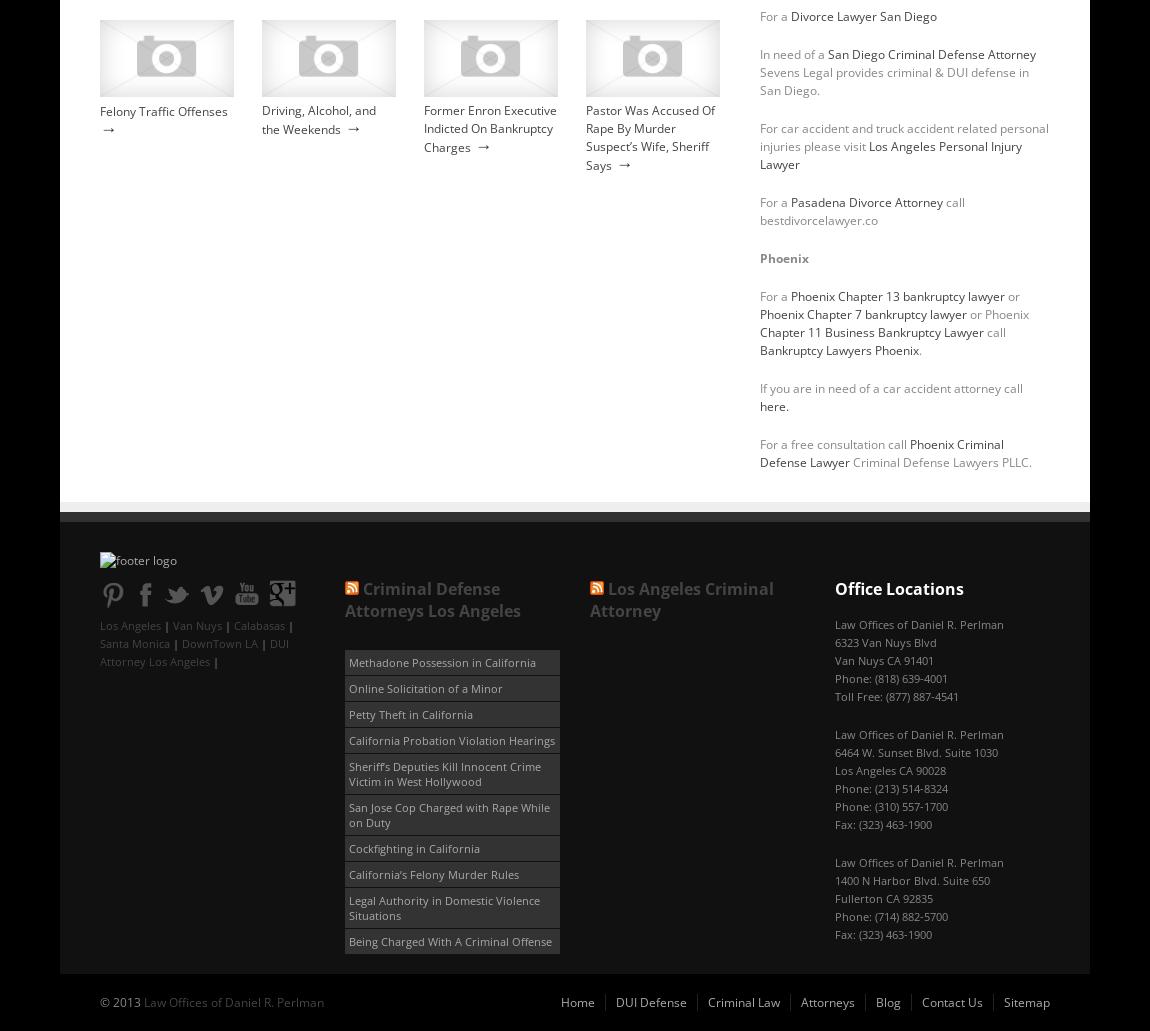 The width and height of the screenshot is (1150, 1031). I want to click on 'Santa Monica', so click(99, 643).